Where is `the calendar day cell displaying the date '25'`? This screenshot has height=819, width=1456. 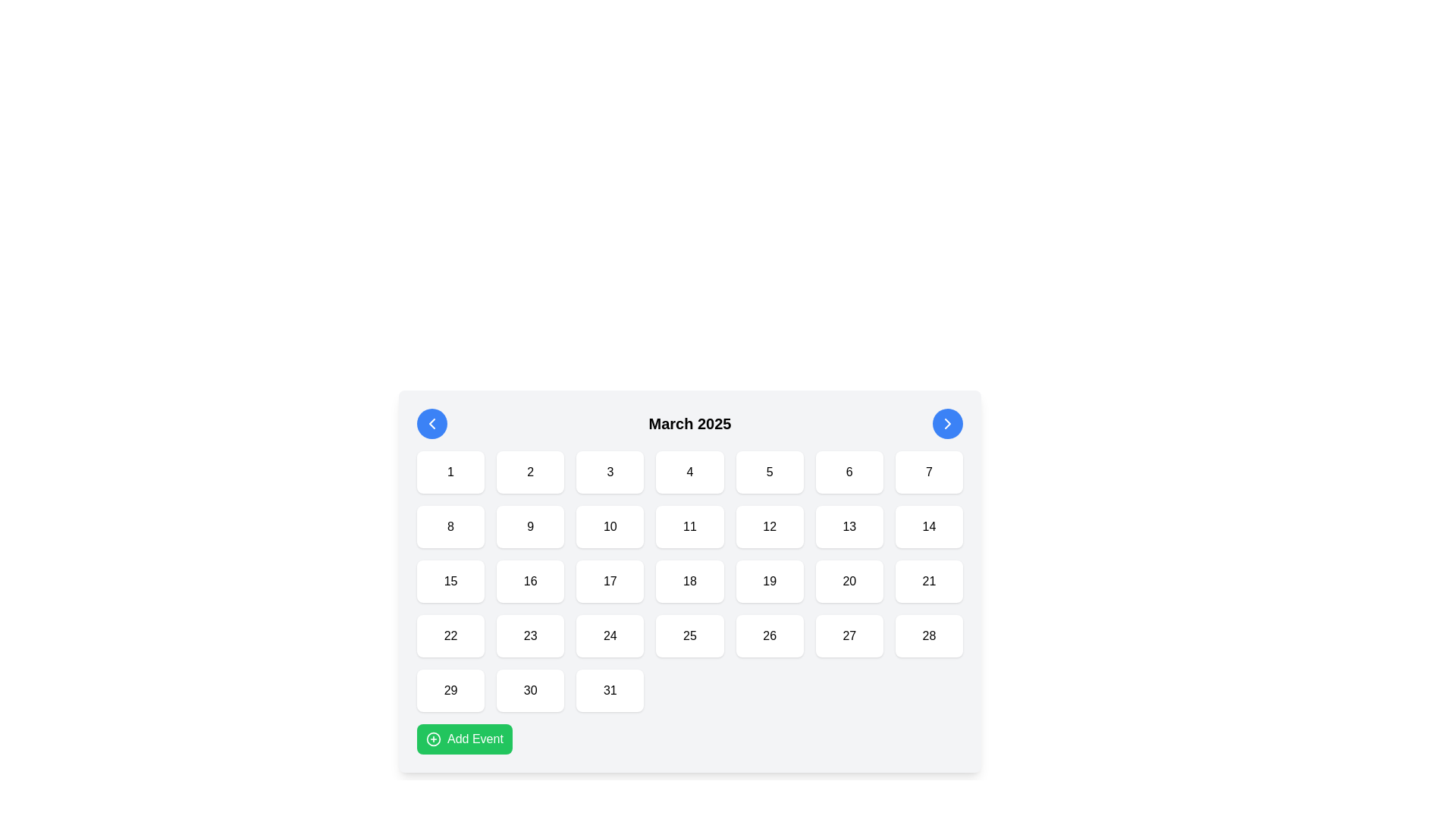 the calendar day cell displaying the date '25' is located at coordinates (689, 636).